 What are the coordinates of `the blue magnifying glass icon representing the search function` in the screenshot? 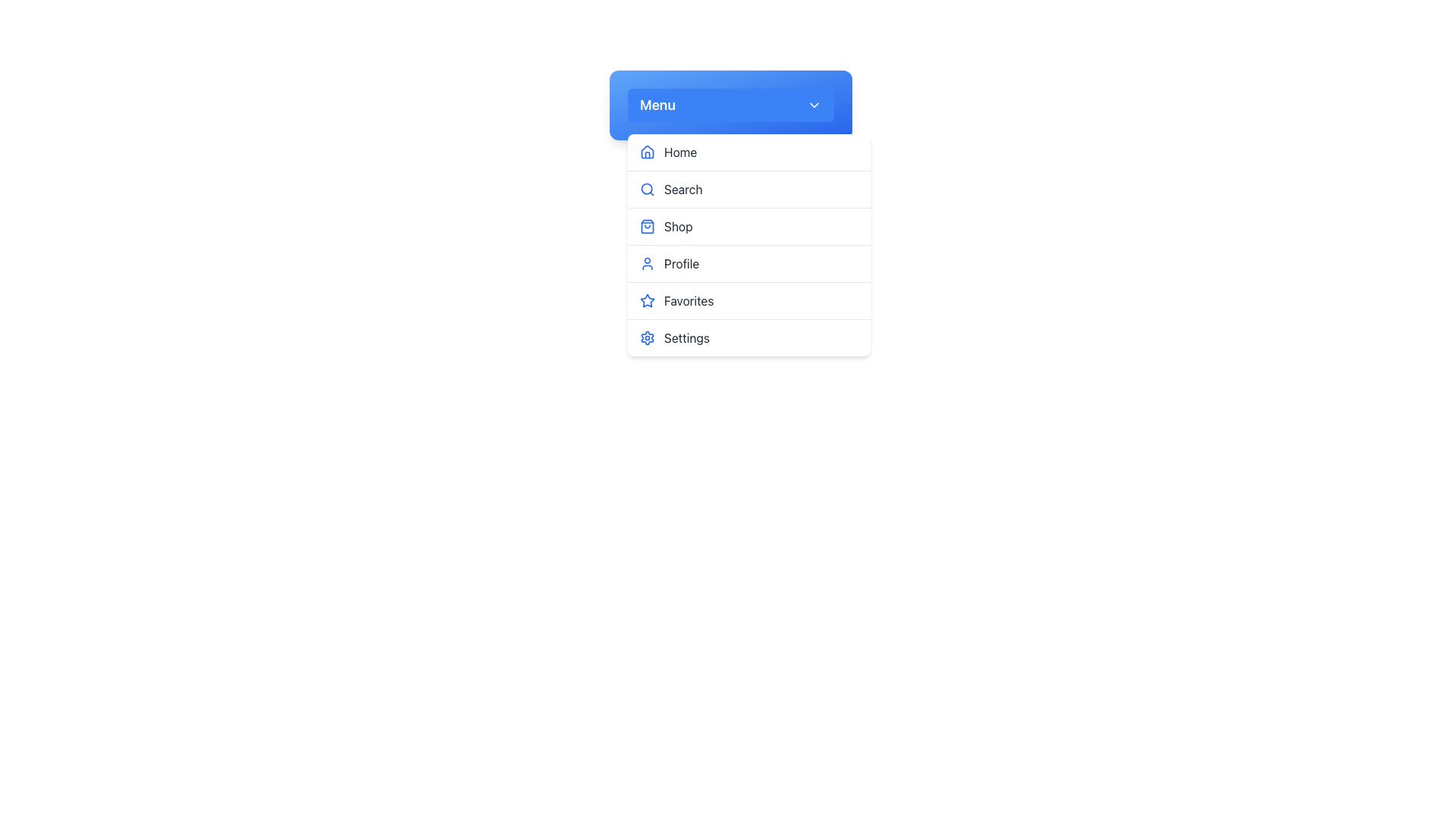 It's located at (648, 189).